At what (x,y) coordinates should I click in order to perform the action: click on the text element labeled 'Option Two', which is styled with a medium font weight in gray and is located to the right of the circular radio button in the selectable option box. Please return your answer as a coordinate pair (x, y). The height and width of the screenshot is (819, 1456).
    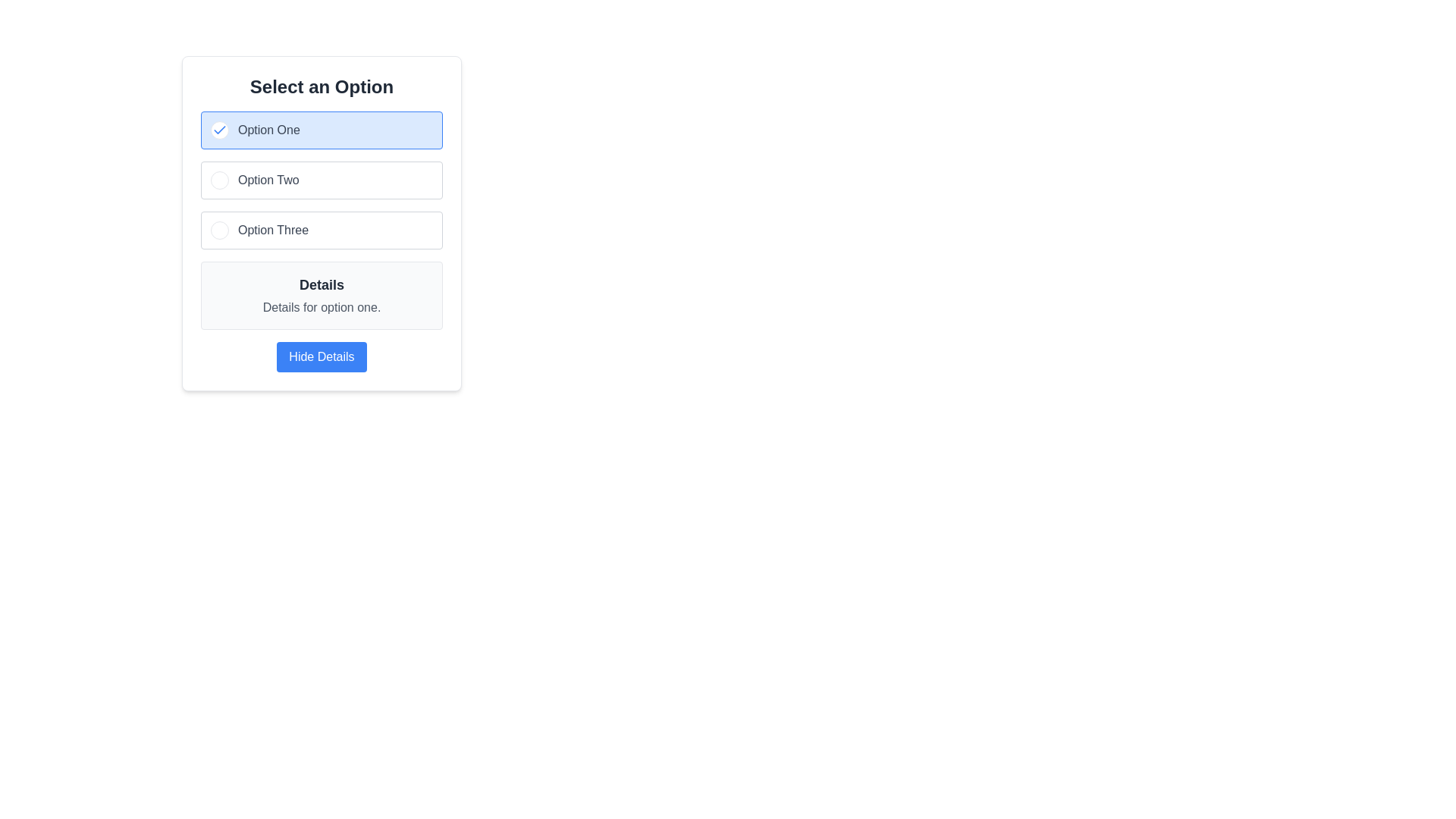
    Looking at the image, I should click on (268, 180).